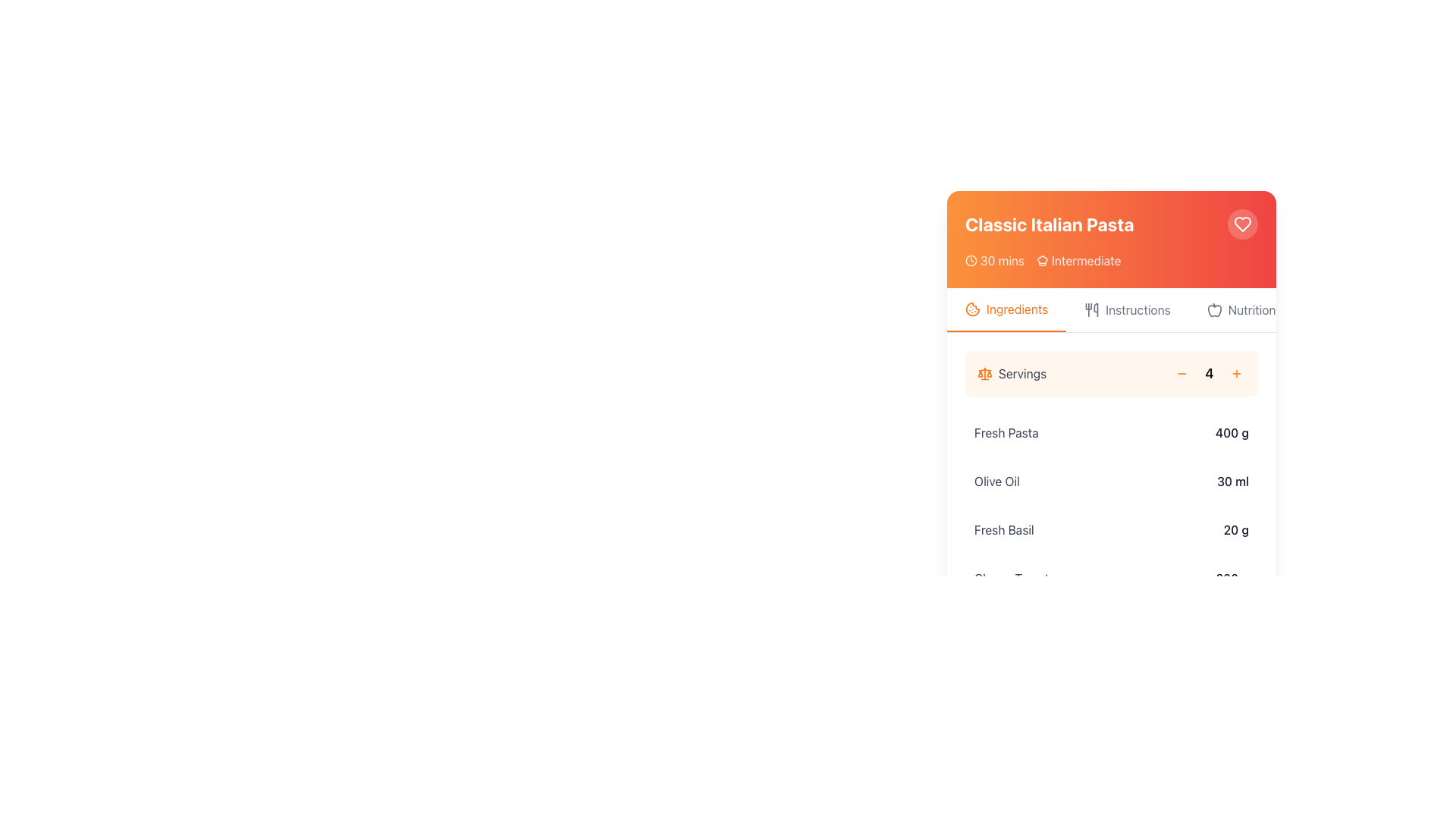 The image size is (1456, 819). I want to click on the 'Instructions' navigation tab, which is a gray text label in a tab menu, positioned second from the left, so click(1137, 309).